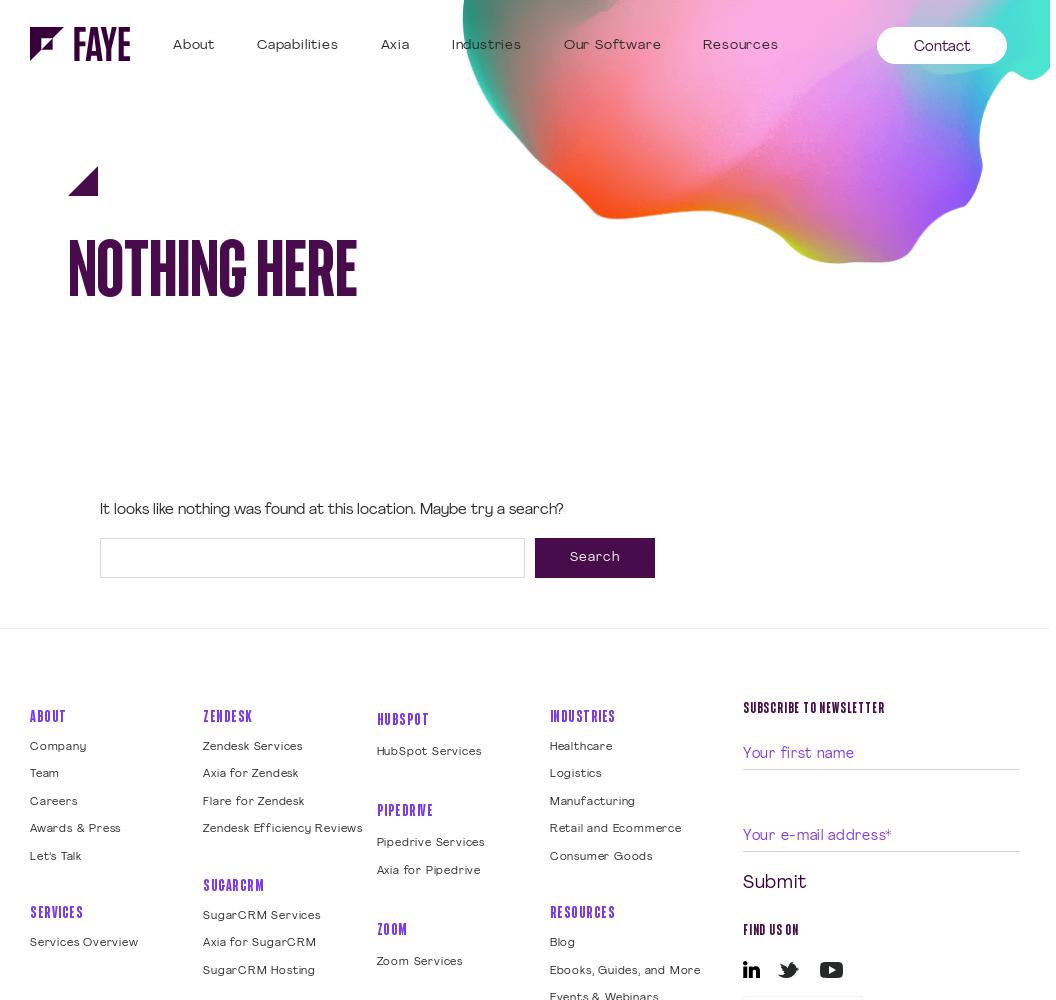 Image resolution: width=1056 pixels, height=1000 pixels. I want to click on 'HubSpot', so click(402, 717).